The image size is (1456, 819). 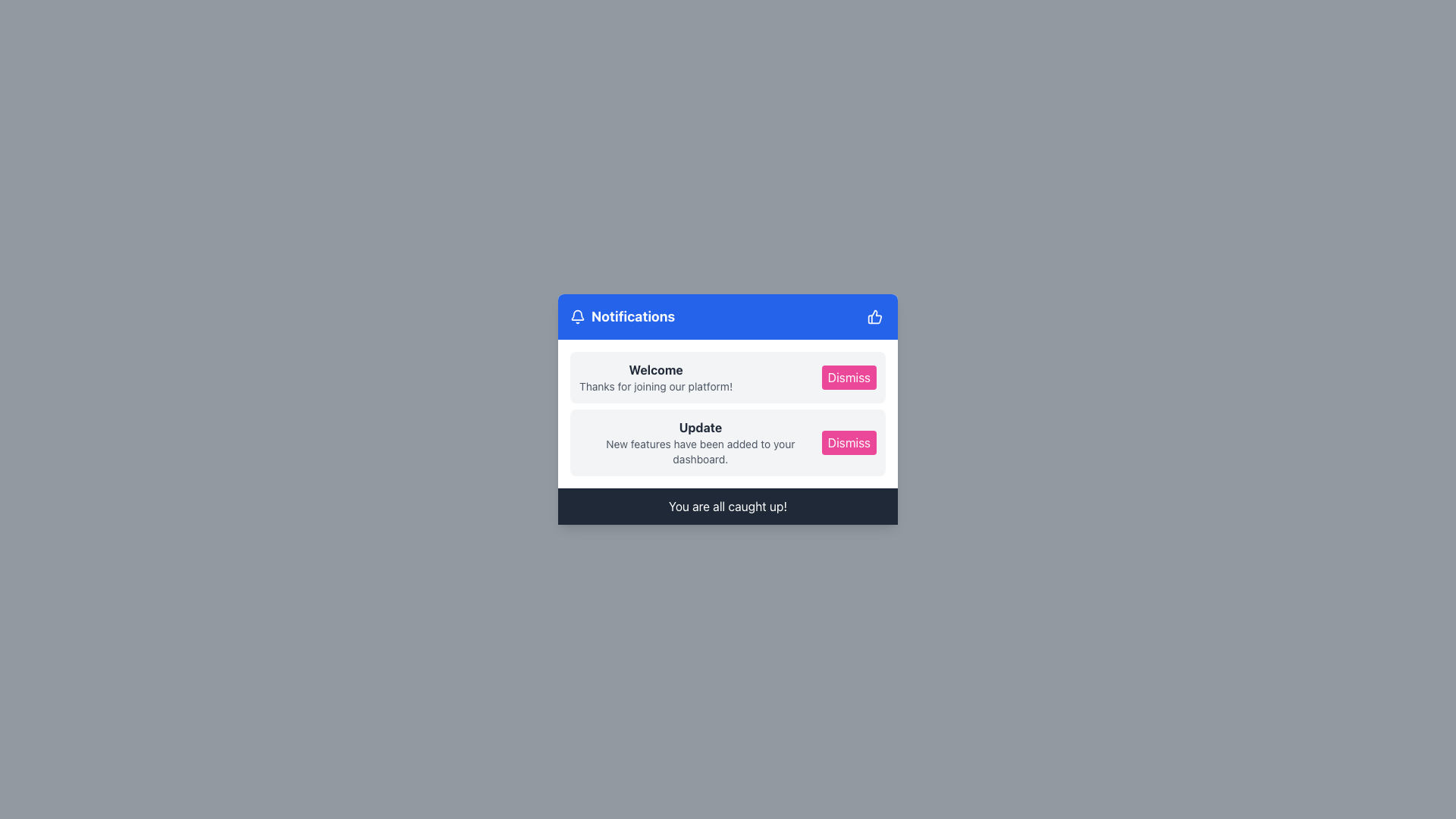 I want to click on bold text label displaying 'Welcome' in dark gray color located at the top center of the notification card, so click(x=656, y=370).